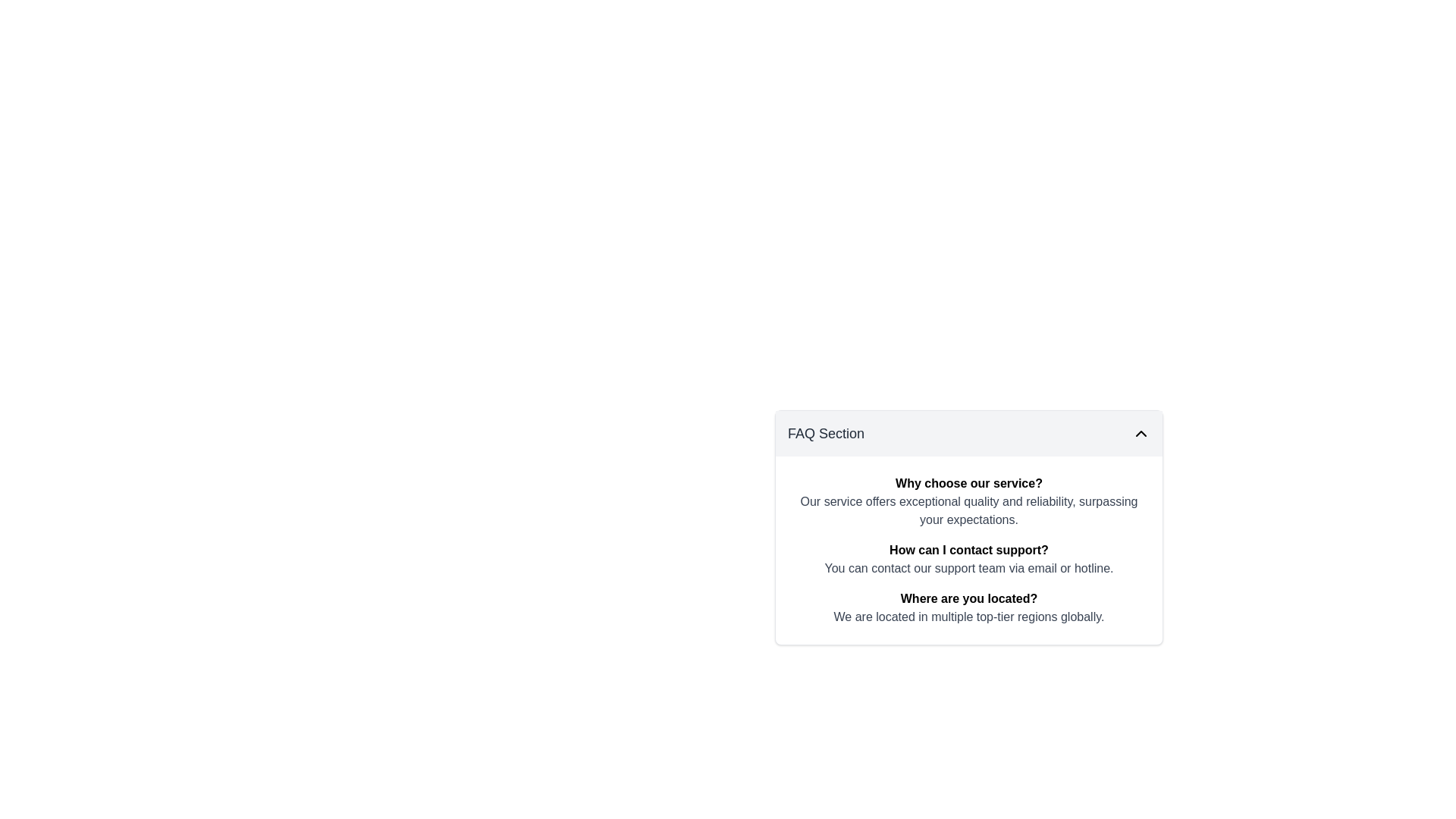 The width and height of the screenshot is (1456, 819). Describe the element at coordinates (1141, 433) in the screenshot. I see `the upward-pointing arrow icon located in the 'FAQ Section'` at that location.